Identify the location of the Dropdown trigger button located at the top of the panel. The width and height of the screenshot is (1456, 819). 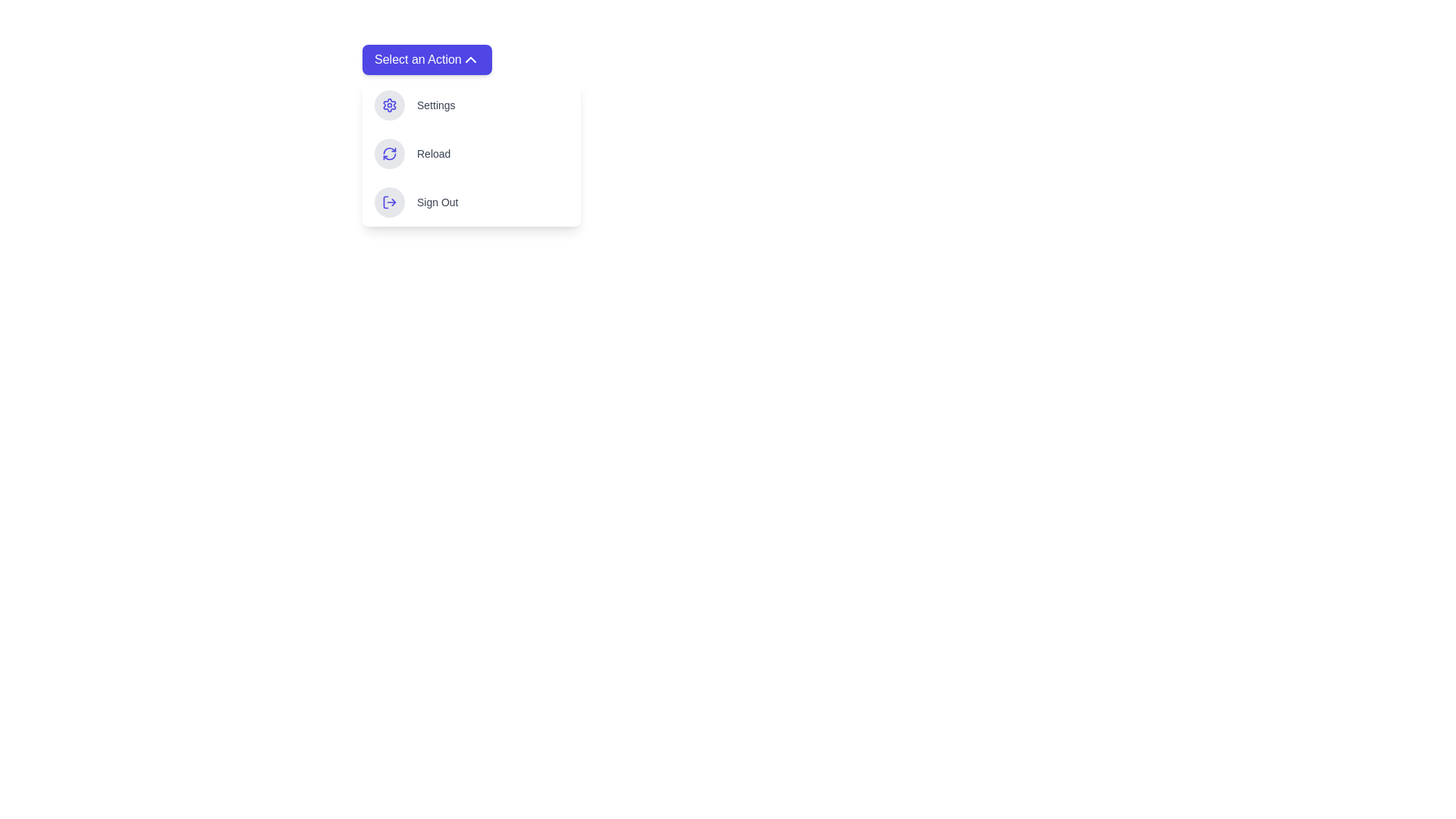
(426, 58).